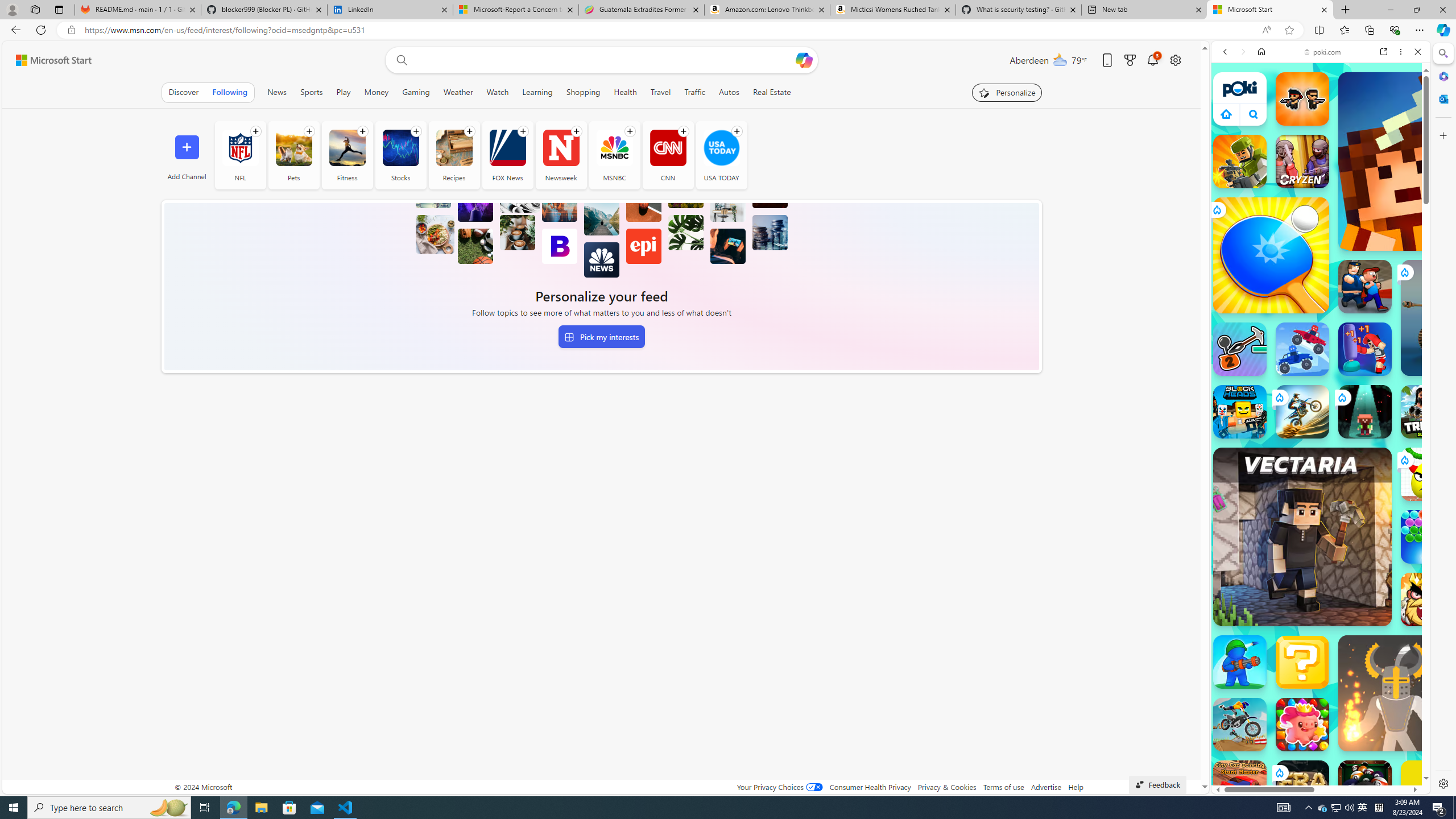 This screenshot has height=819, width=1456. Describe the element at coordinates (1428, 411) in the screenshot. I see `'Tribals.io'` at that location.